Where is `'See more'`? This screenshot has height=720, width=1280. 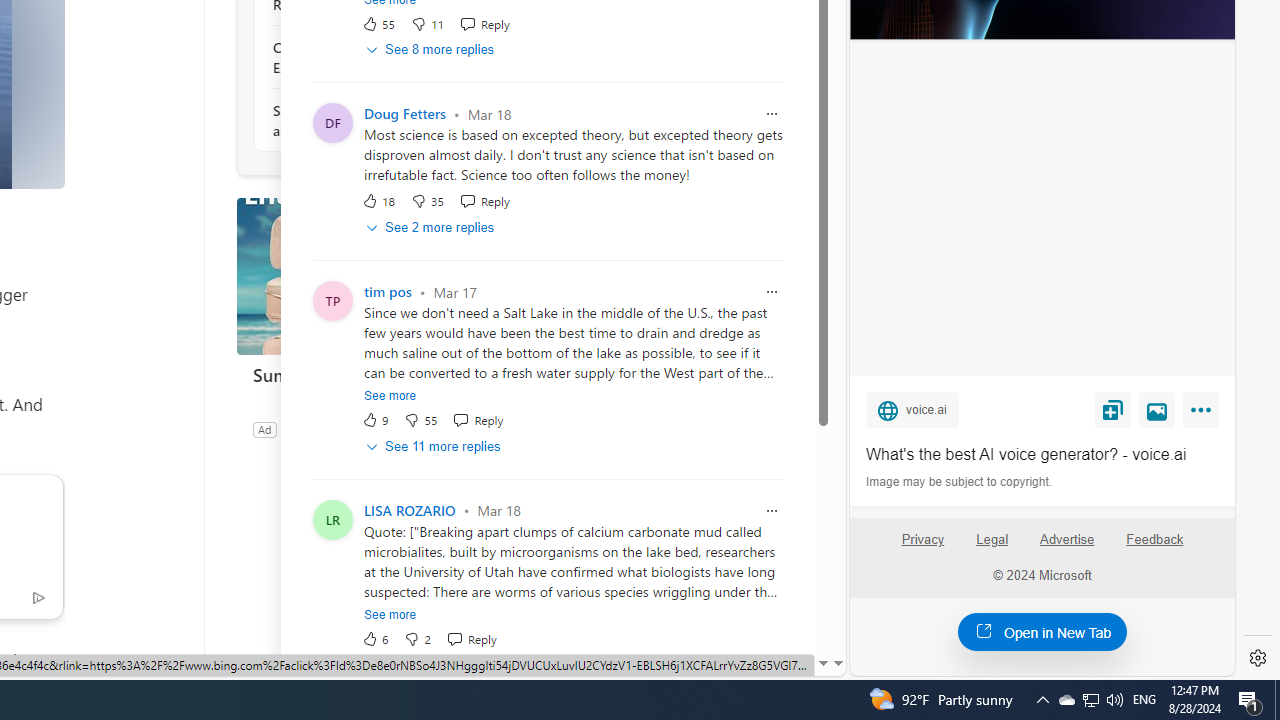
'See more' is located at coordinates (390, 613).